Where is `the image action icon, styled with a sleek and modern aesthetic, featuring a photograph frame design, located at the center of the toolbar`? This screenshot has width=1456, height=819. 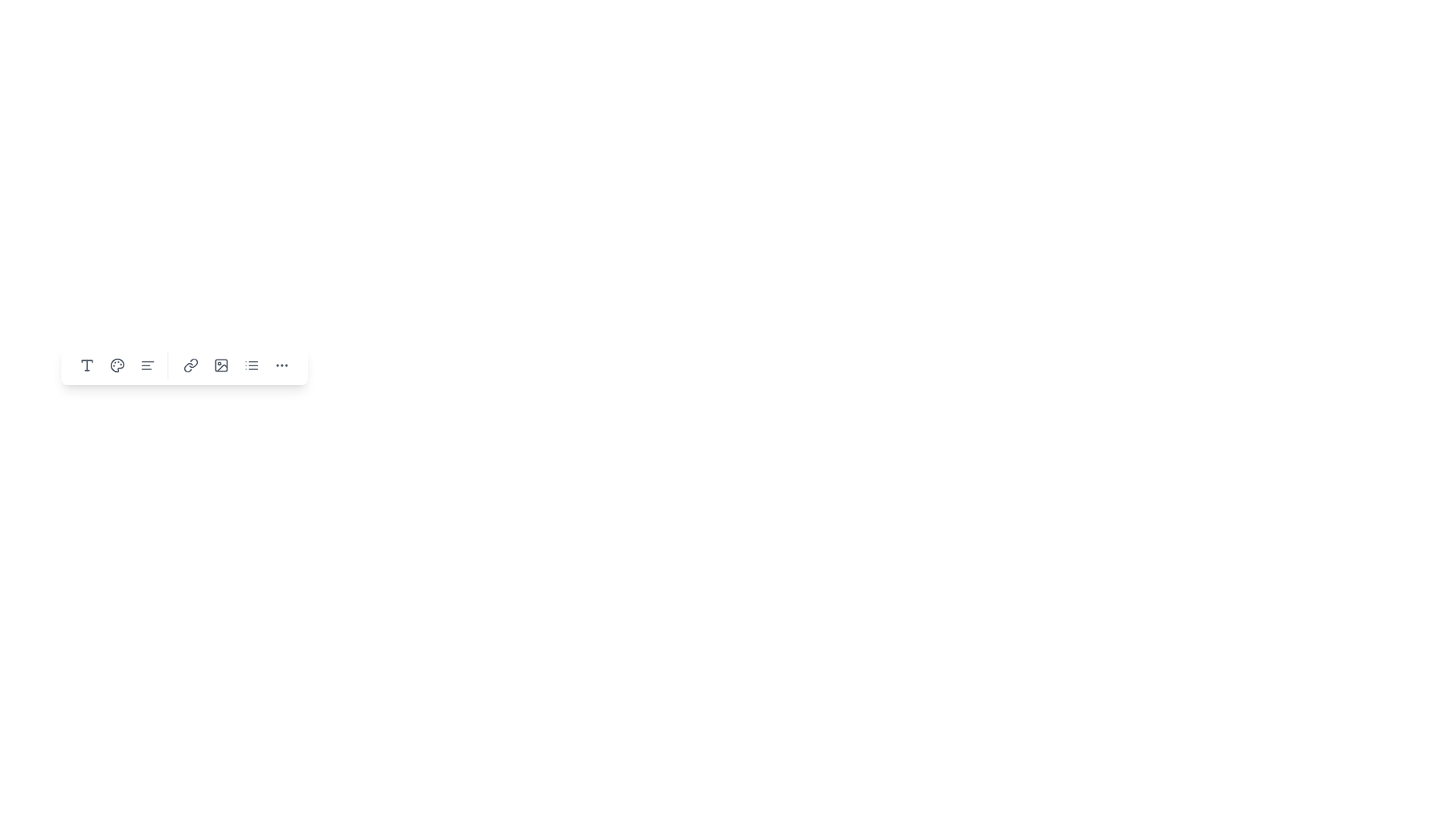 the image action icon, styled with a sleek and modern aesthetic, featuring a photograph frame design, located at the center of the toolbar is located at coordinates (221, 366).